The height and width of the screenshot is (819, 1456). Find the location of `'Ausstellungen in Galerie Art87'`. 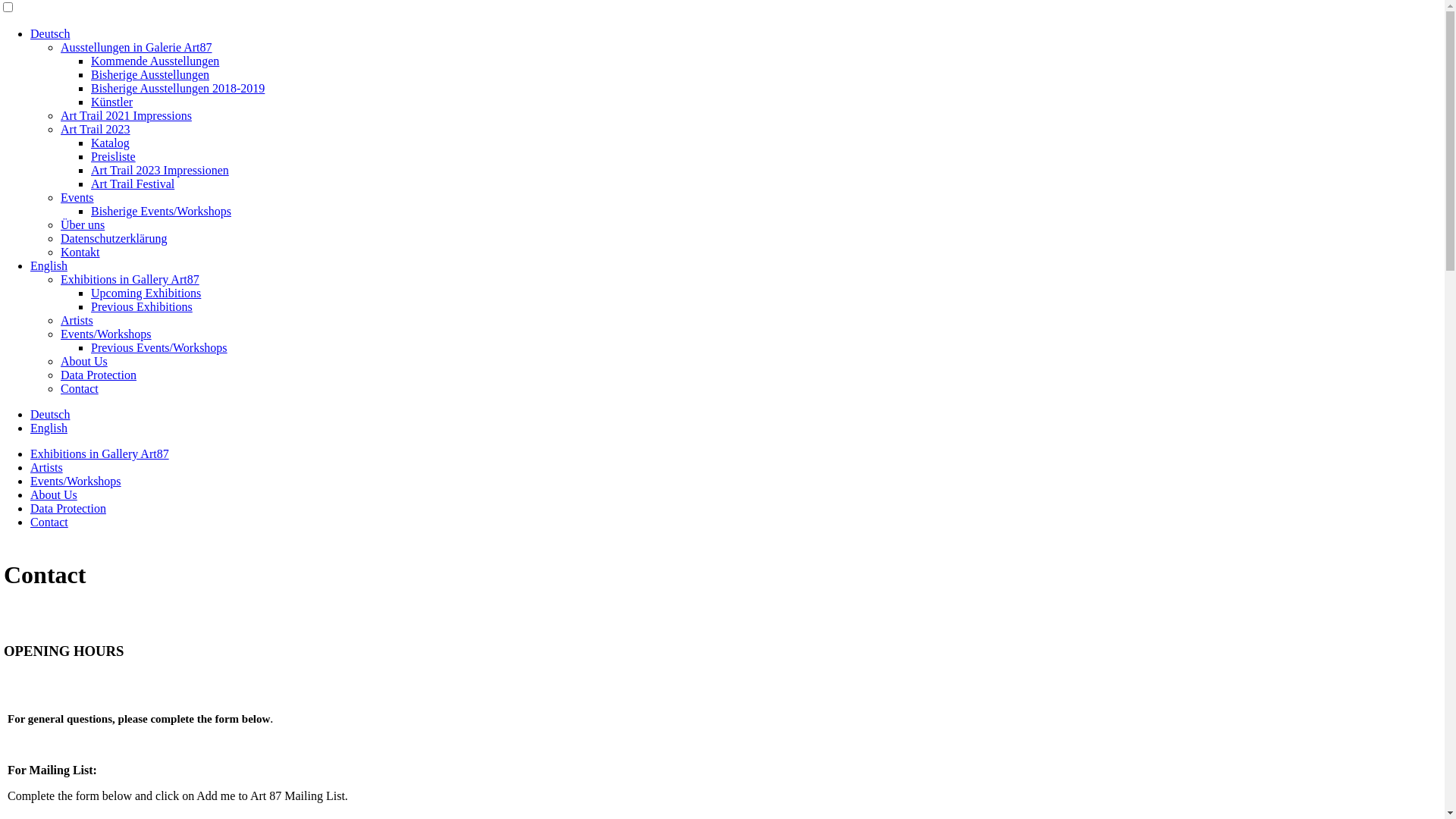

'Ausstellungen in Galerie Art87' is located at coordinates (136, 46).